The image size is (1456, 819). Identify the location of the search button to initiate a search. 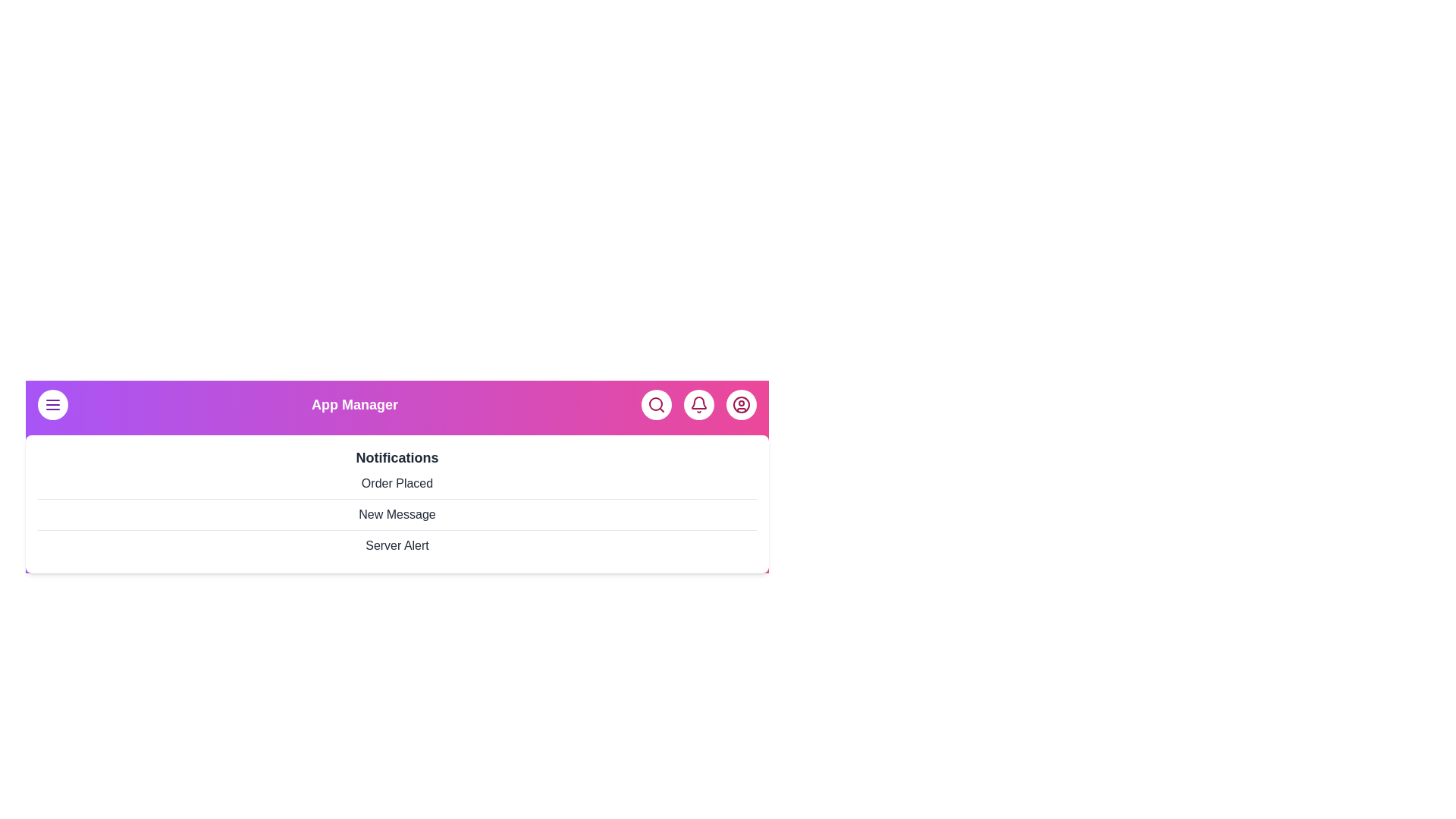
(656, 403).